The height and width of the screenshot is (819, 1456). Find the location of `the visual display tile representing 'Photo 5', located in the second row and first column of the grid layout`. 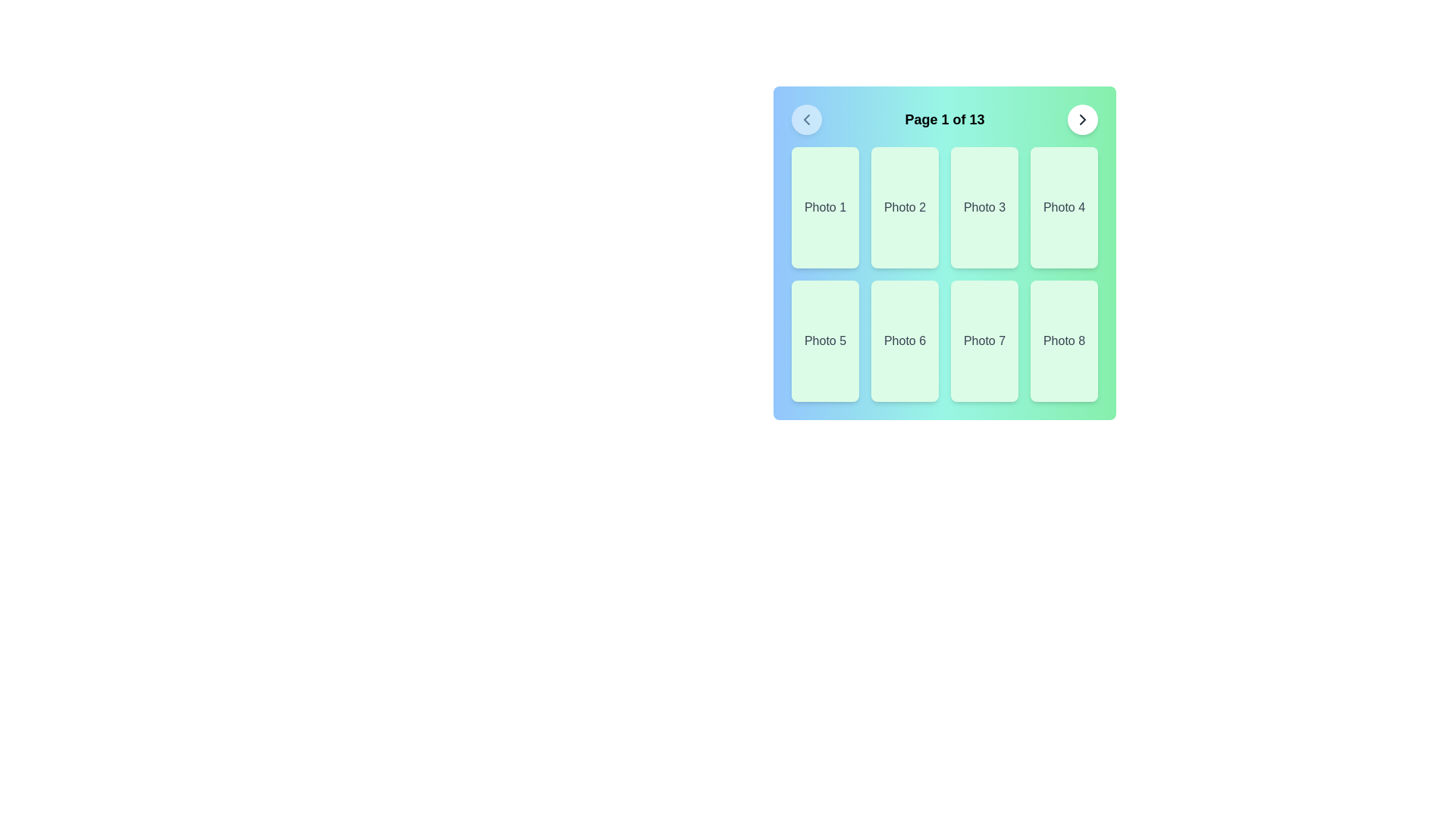

the visual display tile representing 'Photo 5', located in the second row and first column of the grid layout is located at coordinates (824, 341).